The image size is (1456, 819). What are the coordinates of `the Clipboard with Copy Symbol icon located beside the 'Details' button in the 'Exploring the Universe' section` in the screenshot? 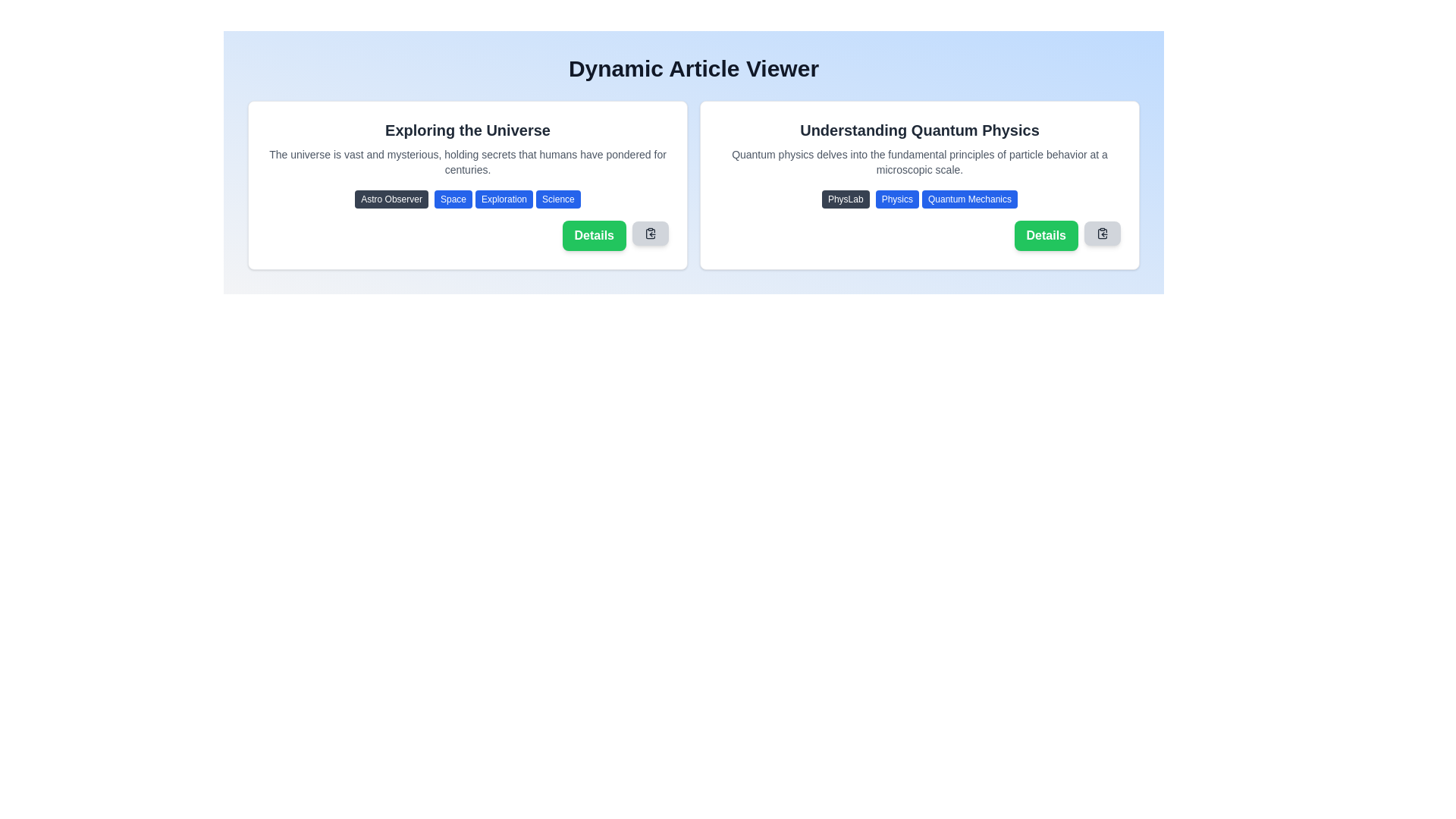 It's located at (651, 234).